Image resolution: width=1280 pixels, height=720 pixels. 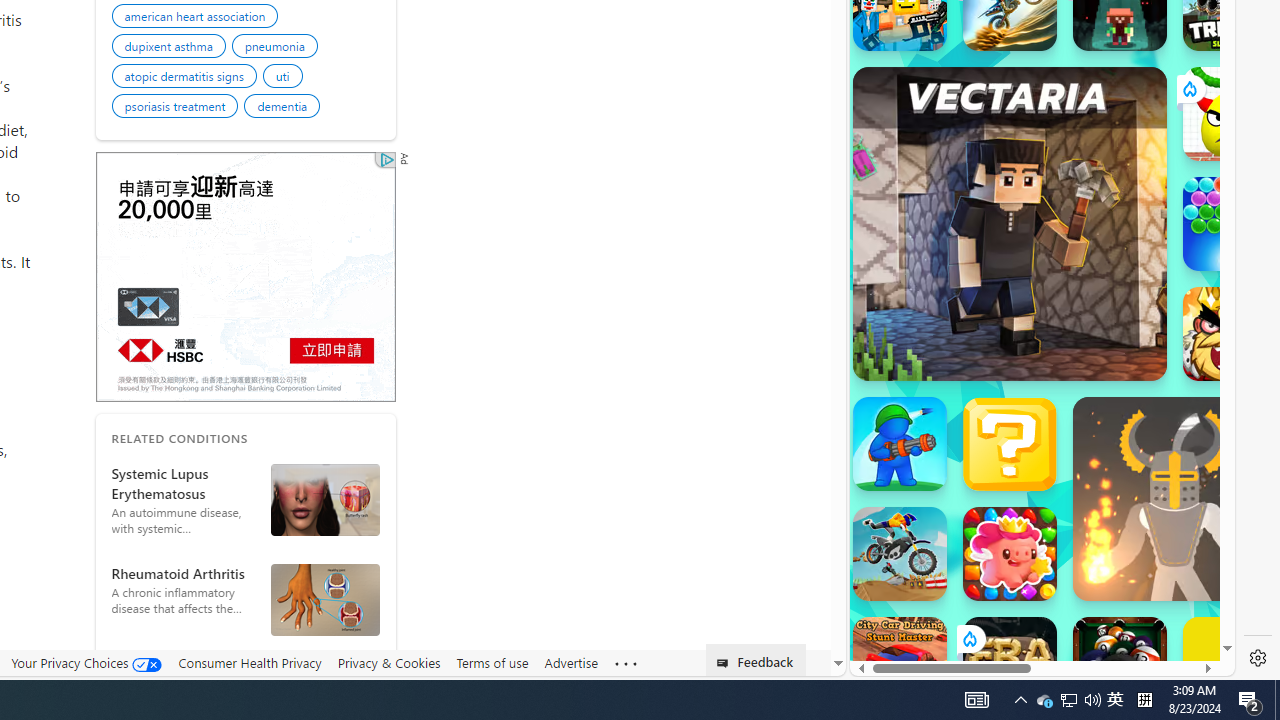 I want to click on 'Class: feedback_link_icon-DS-EntryPoint1-1', so click(x=726, y=663).